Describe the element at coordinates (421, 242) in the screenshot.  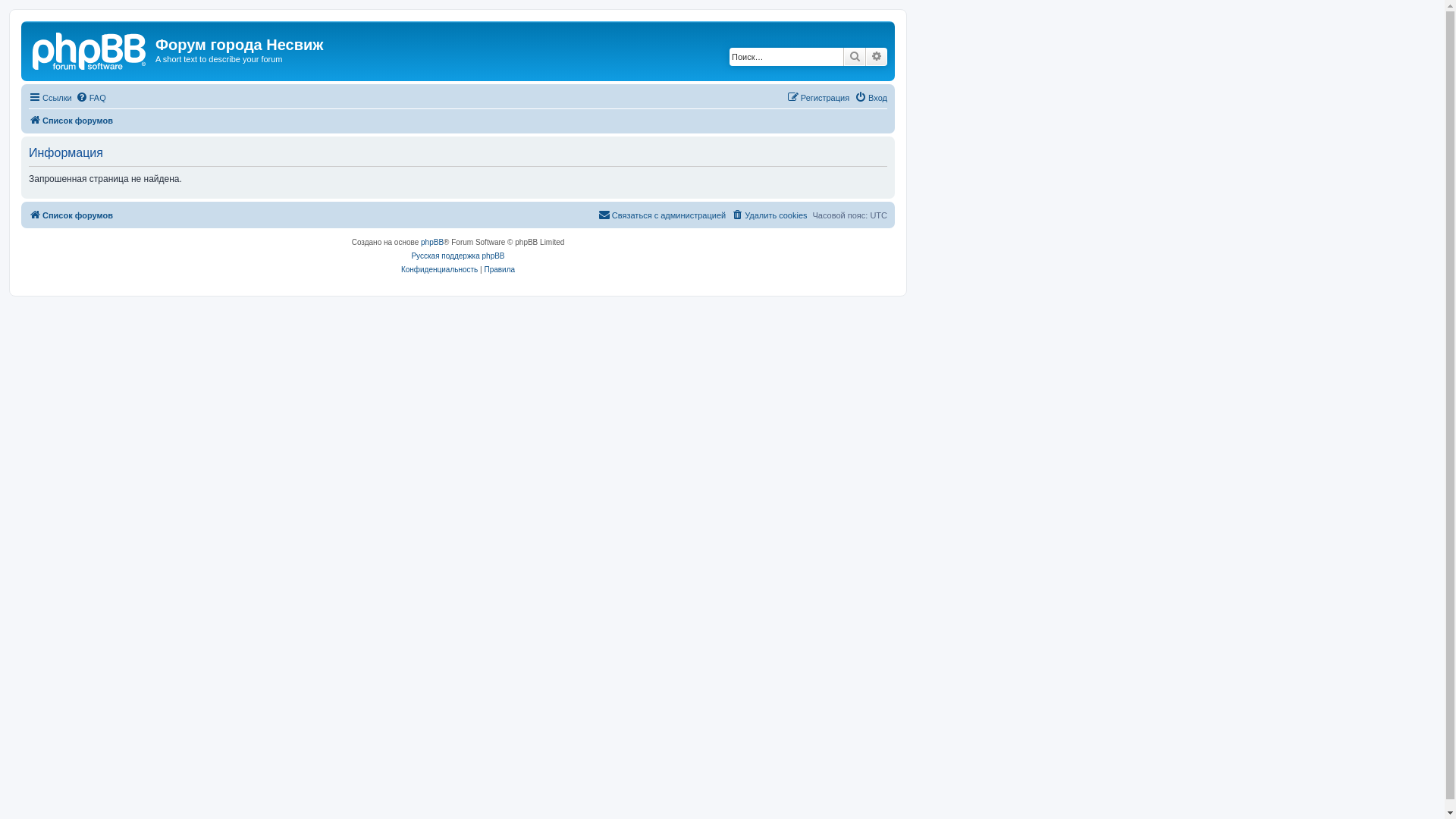
I see `'phpBB'` at that location.